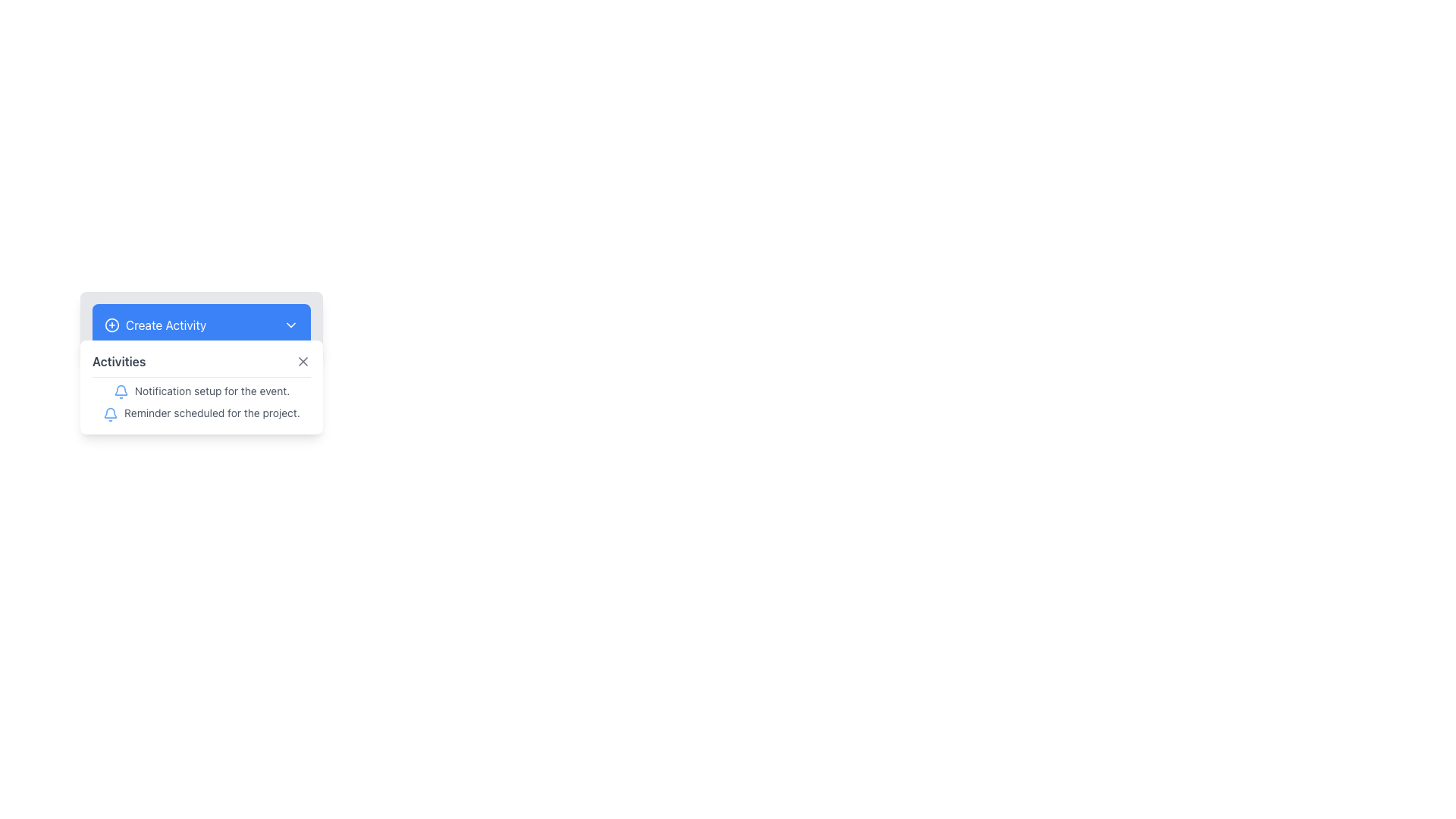 The width and height of the screenshot is (1456, 819). What do you see at coordinates (303, 362) in the screenshot?
I see `the Icon button located at the rightmost edge beside the 'Activities' heading` at bounding box center [303, 362].